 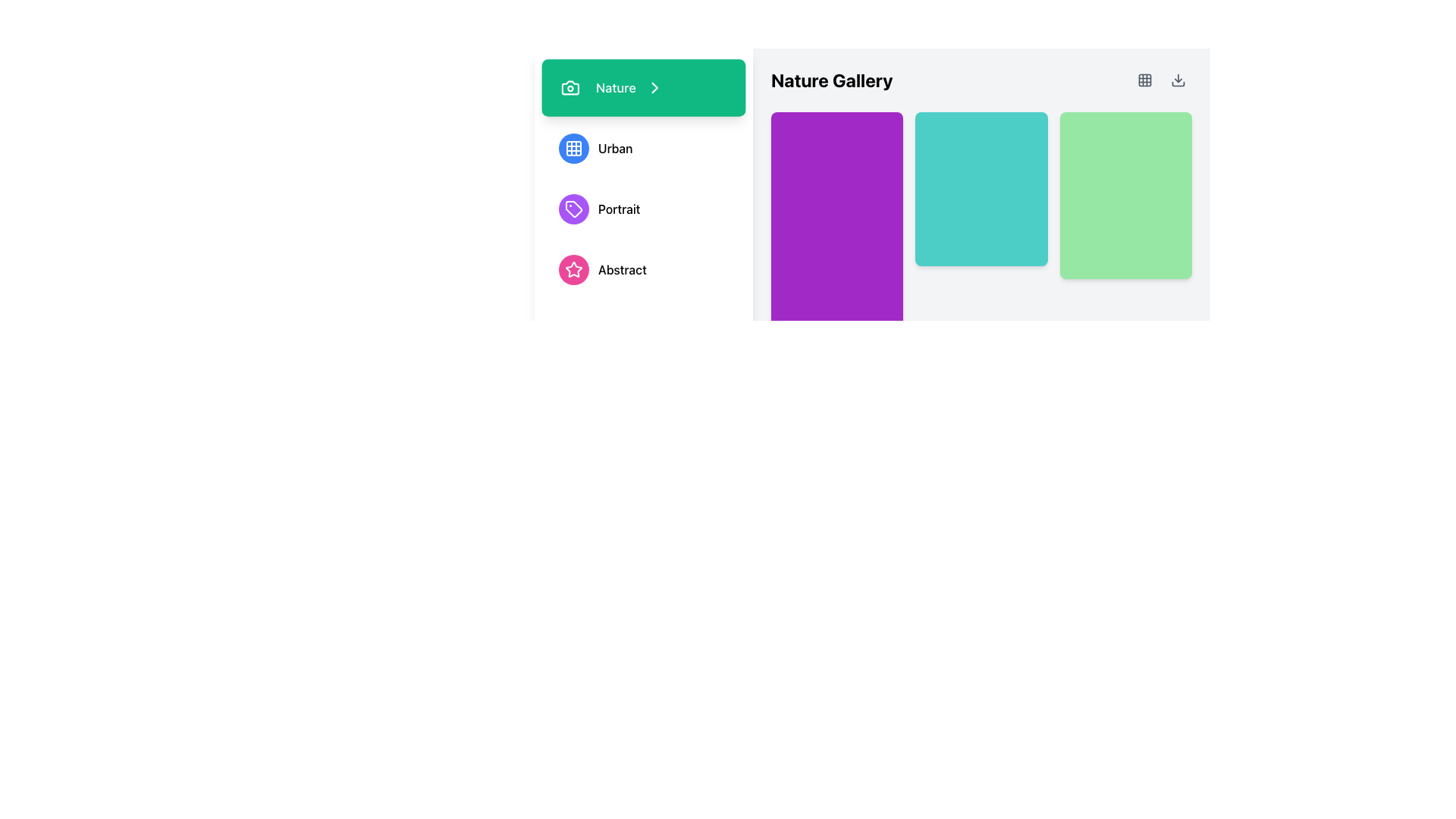 I want to click on the thin, right-pointing Chevron icon located to the right of the green button labeled 'Nature', so click(x=655, y=87).